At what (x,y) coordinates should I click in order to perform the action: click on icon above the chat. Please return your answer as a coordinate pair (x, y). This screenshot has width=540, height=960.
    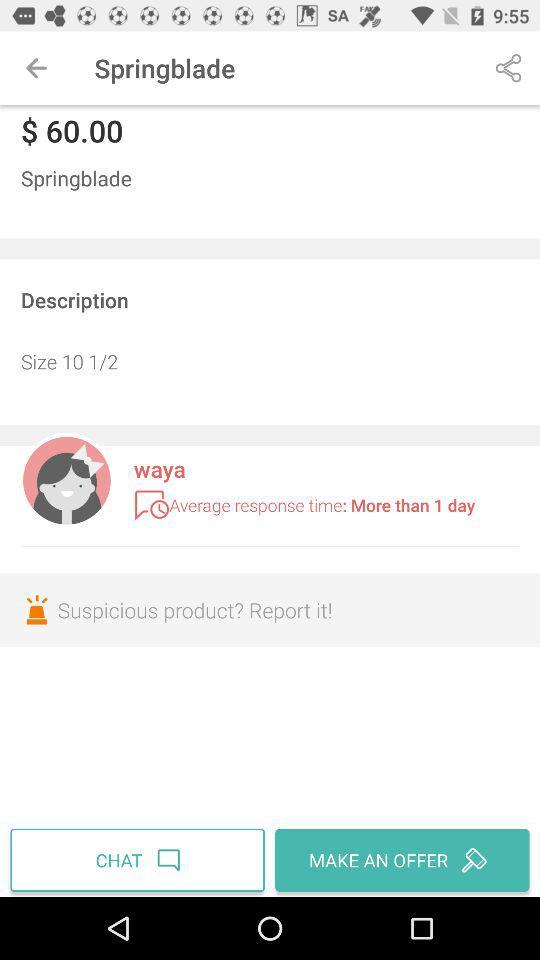
    Looking at the image, I should click on (270, 609).